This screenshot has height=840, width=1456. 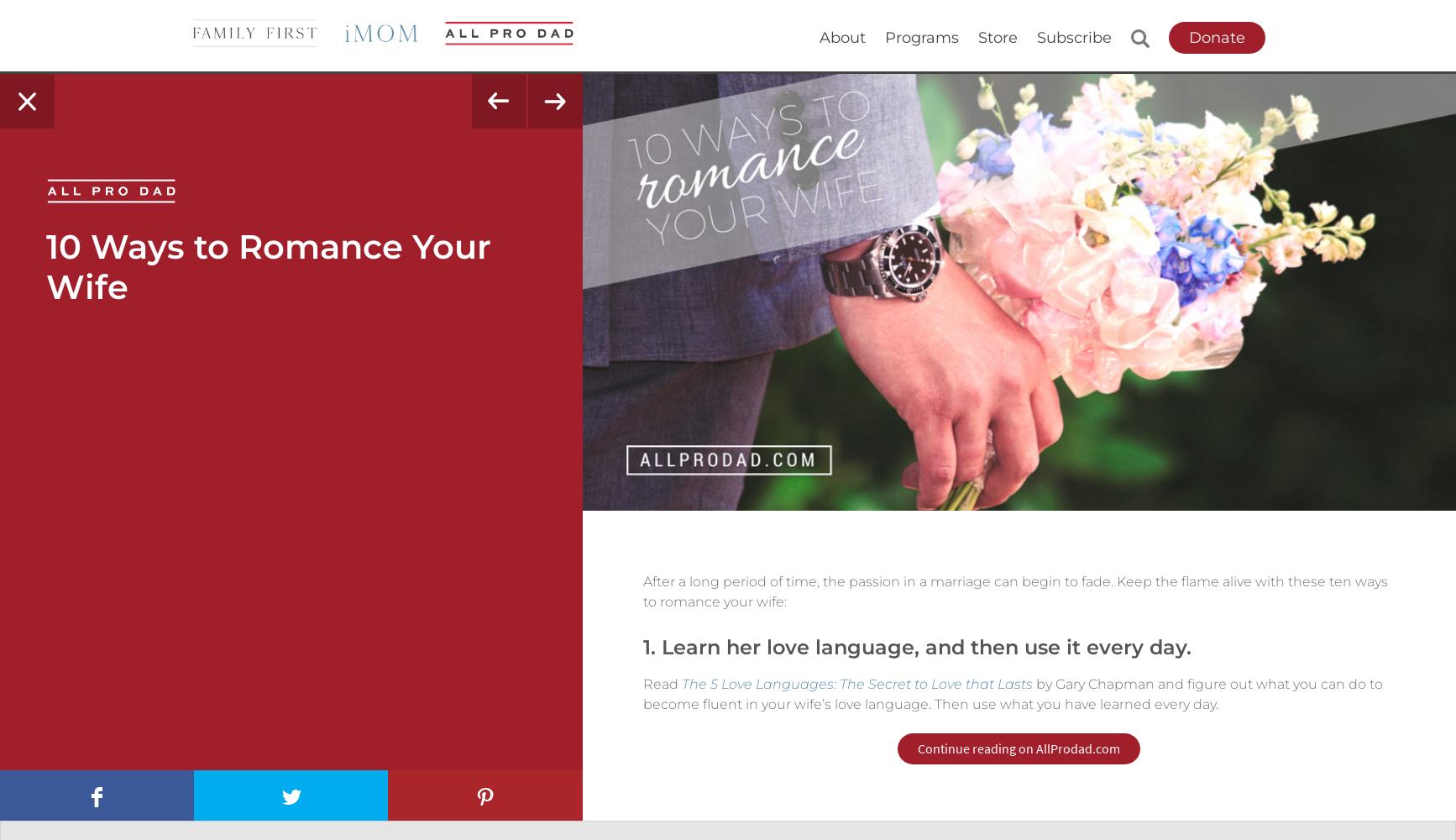 I want to click on 'L', so click(x=278, y=796).